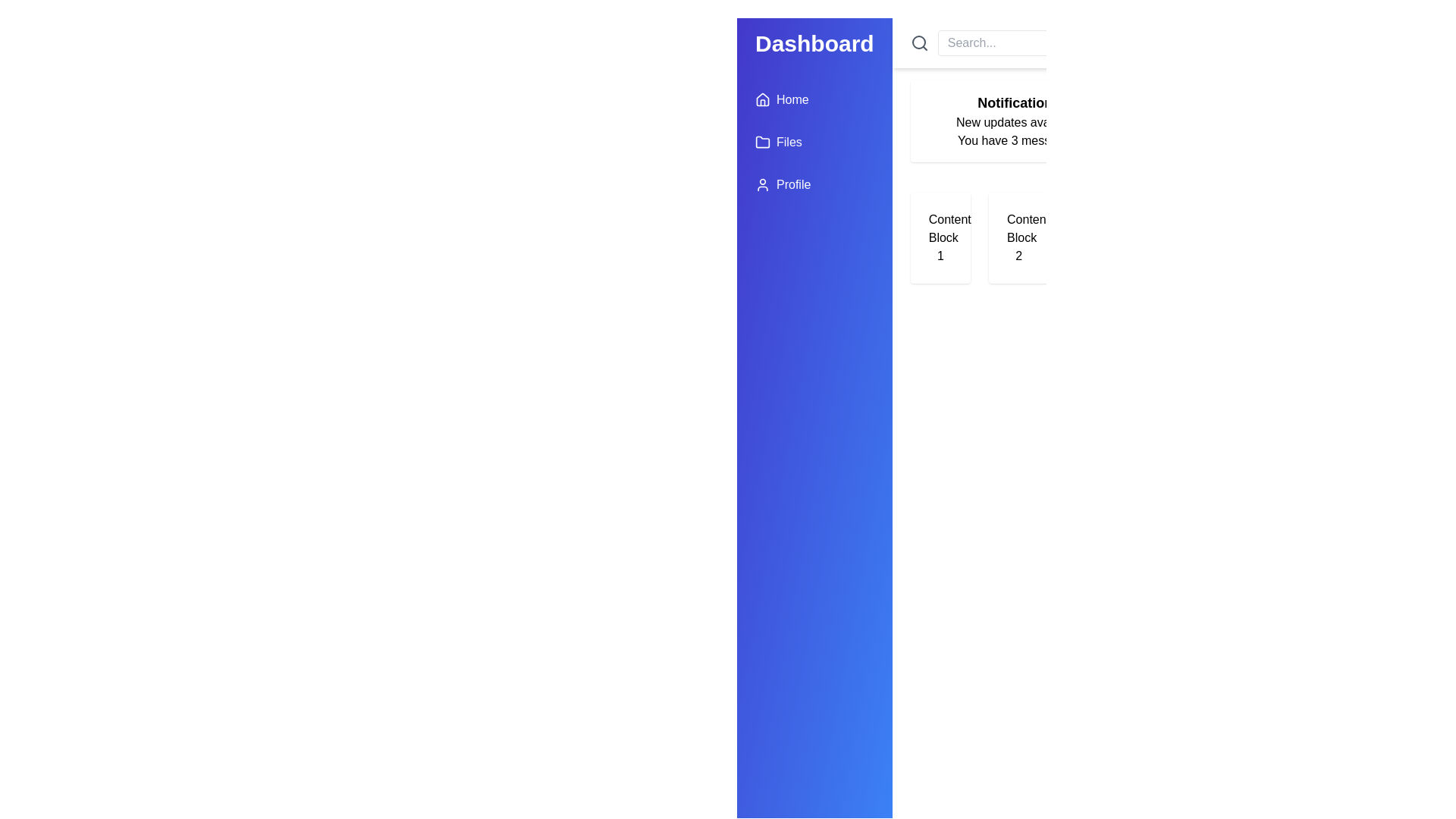  Describe the element at coordinates (763, 99) in the screenshot. I see `the 'Home' icon located in the upper left portion of the sidebar navigation` at that location.